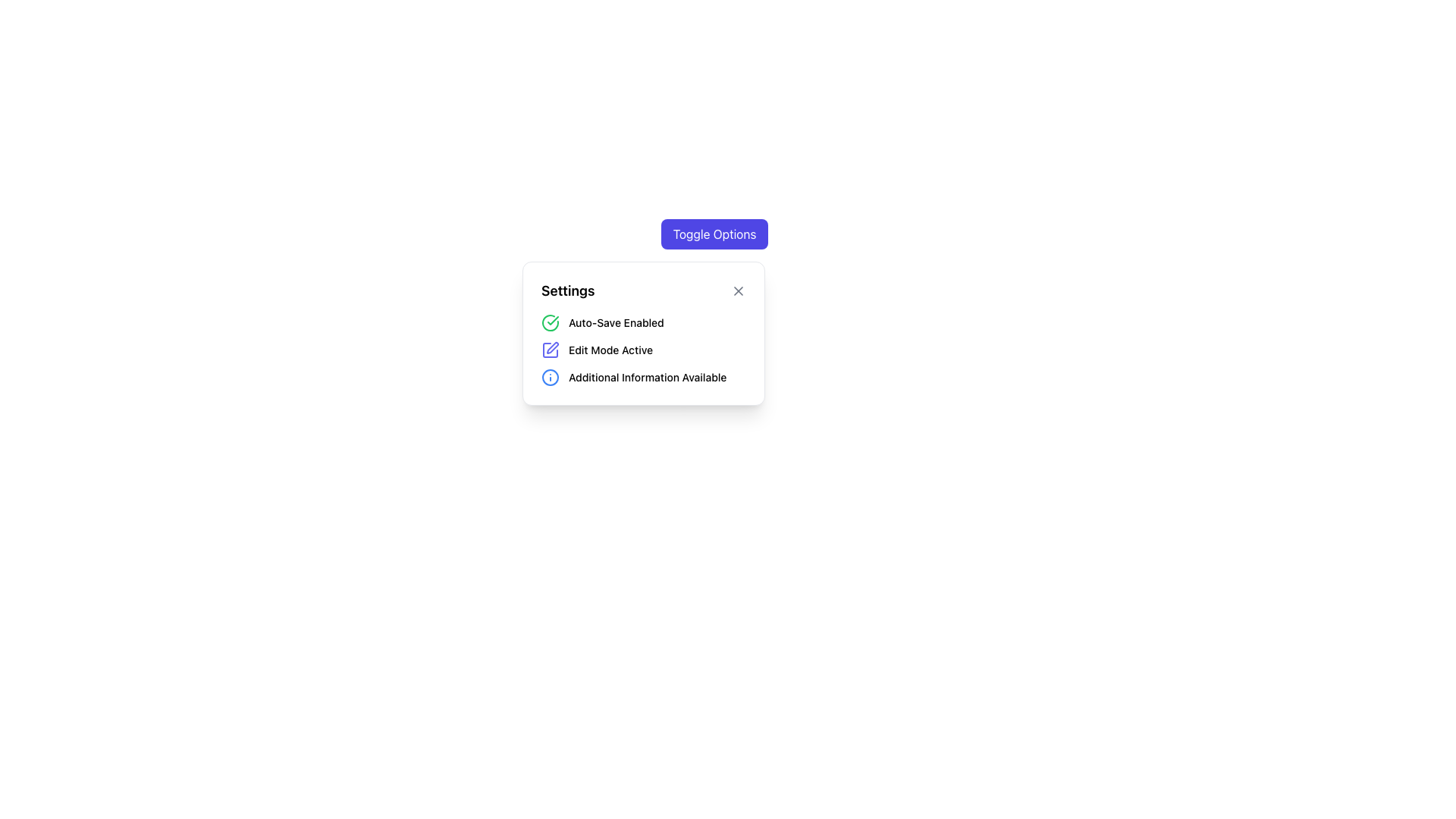 The image size is (1456, 819). Describe the element at coordinates (549, 376) in the screenshot. I see `the circular information icon with a blue outline located to the left of the 'Additional Information Available' text label` at that location.